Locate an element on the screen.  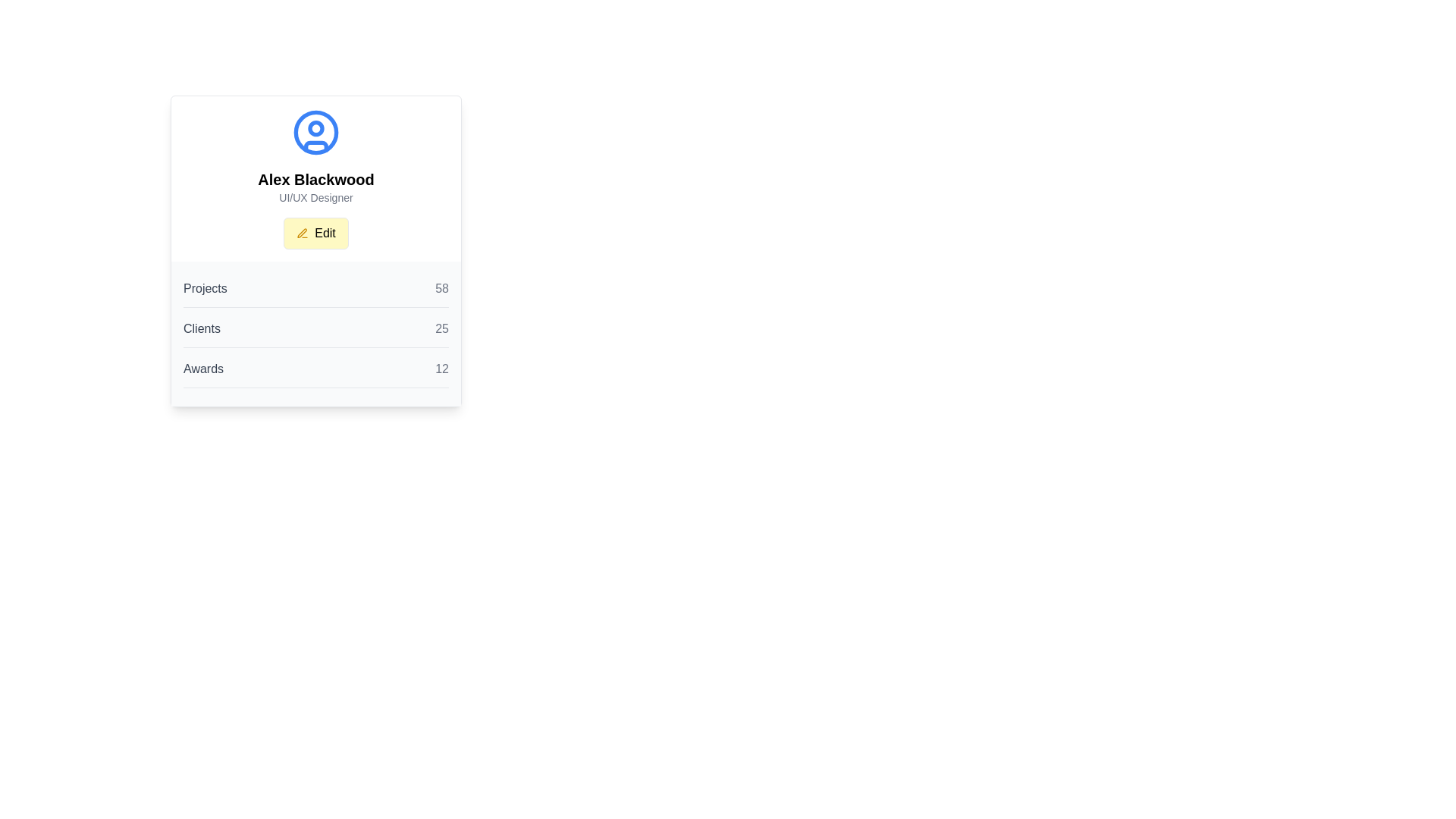
text 'UI/UX Designer' which is styled in light gray and positioned below the name 'Alex Blackwood' and above the 'Edit' button is located at coordinates (315, 197).